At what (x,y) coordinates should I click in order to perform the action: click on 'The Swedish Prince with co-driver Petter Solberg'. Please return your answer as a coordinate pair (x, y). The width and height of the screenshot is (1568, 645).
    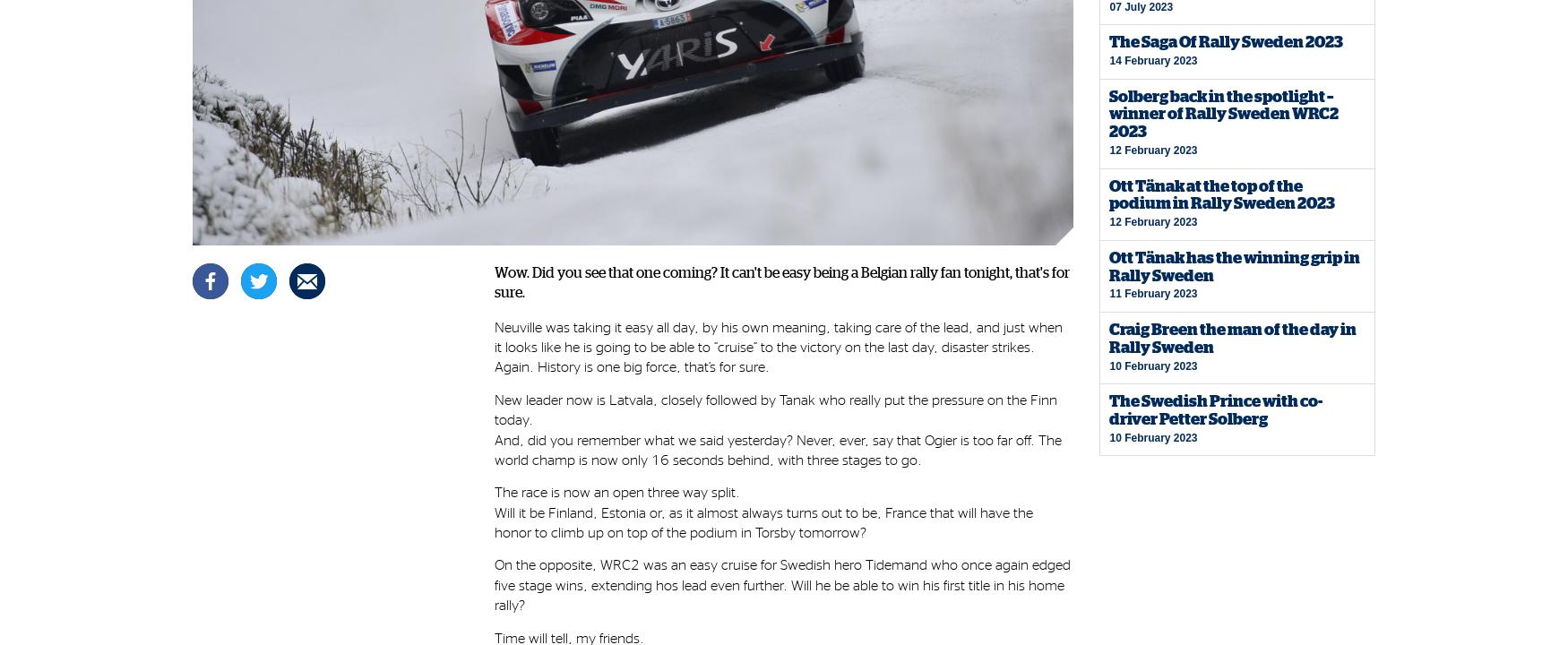
    Looking at the image, I should click on (1215, 409).